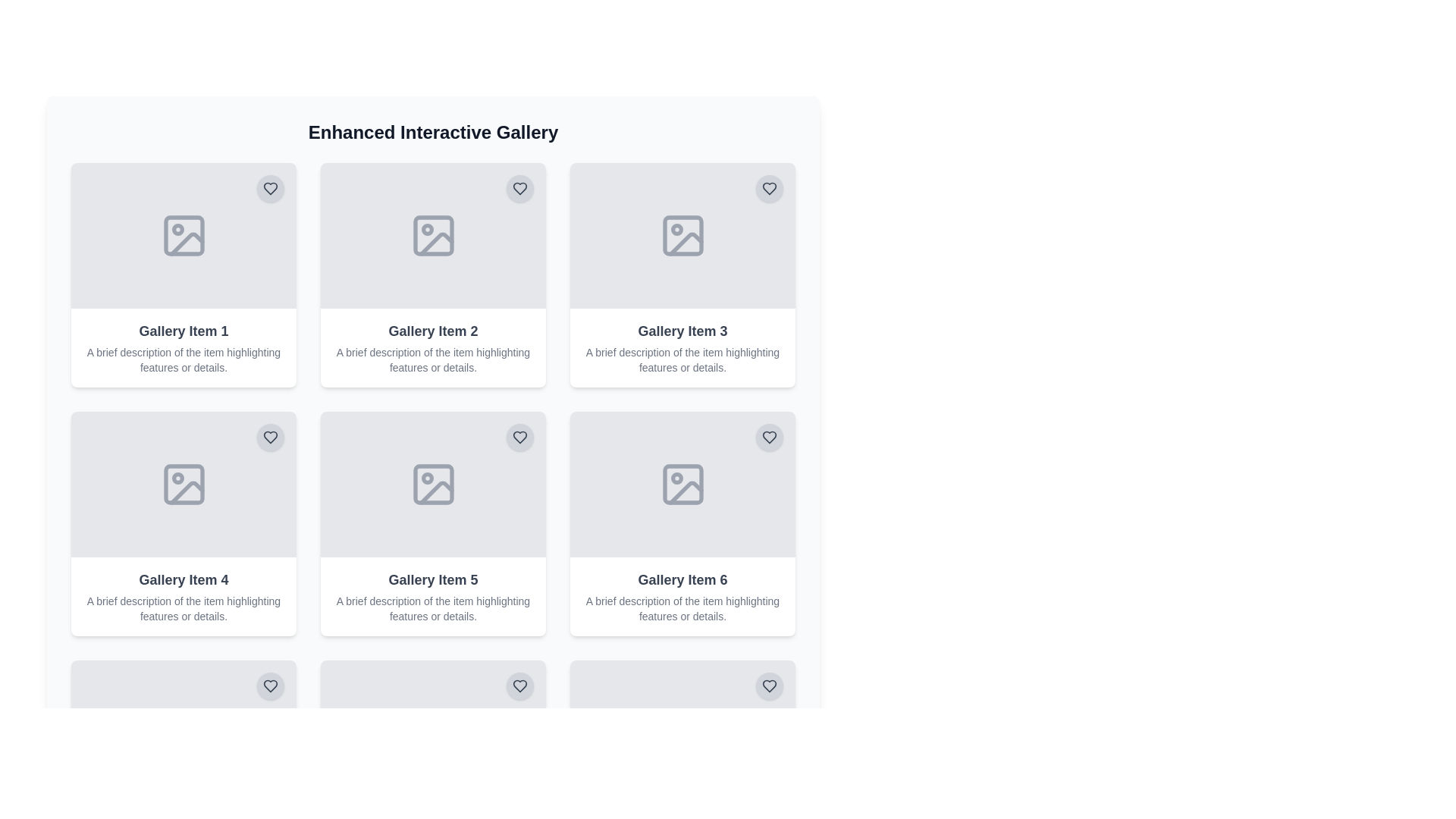 The image size is (1456, 819). Describe the element at coordinates (183, 485) in the screenshot. I see `the decorative graphical element within the SVG icon of 'Gallery Item 4', located in the second row and first column of the grid layout` at that location.